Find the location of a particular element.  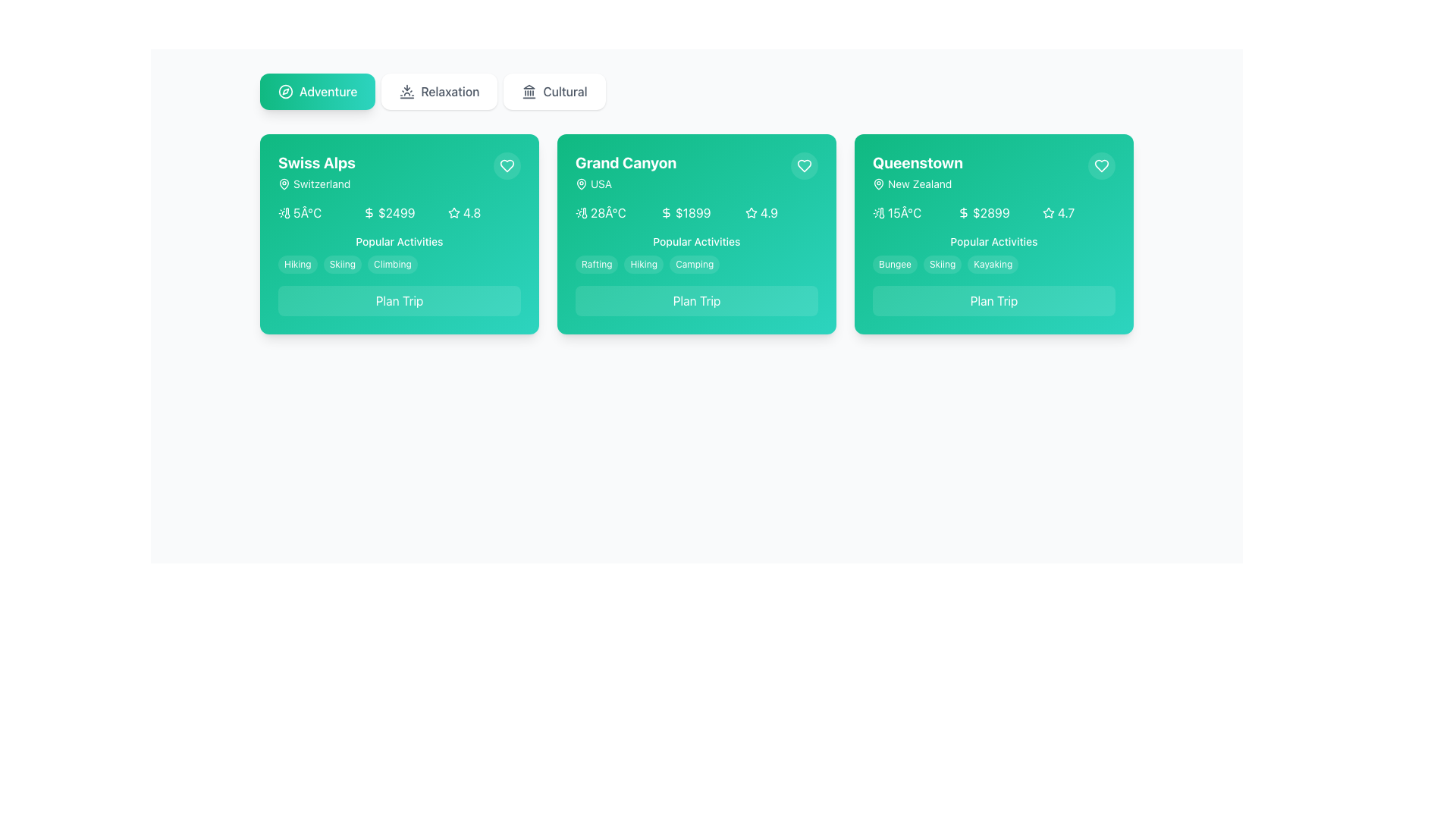

the minimalist dollar sign icon located to the left of the text '$1899' in the 'Grand Canyon' card's pricing section is located at coordinates (666, 213).